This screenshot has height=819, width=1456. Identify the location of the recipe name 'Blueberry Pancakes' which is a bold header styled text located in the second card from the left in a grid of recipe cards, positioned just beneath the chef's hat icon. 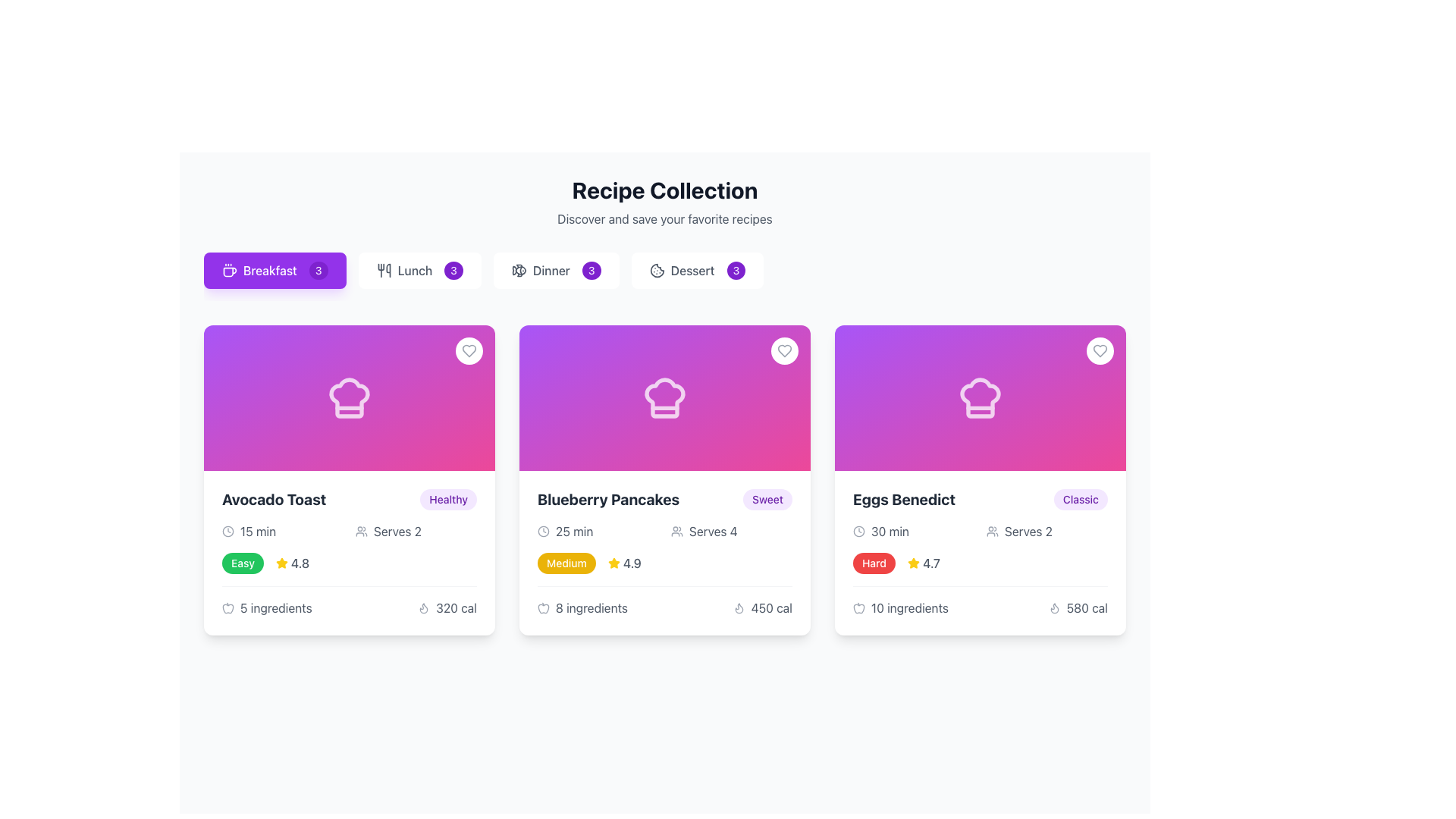
(665, 500).